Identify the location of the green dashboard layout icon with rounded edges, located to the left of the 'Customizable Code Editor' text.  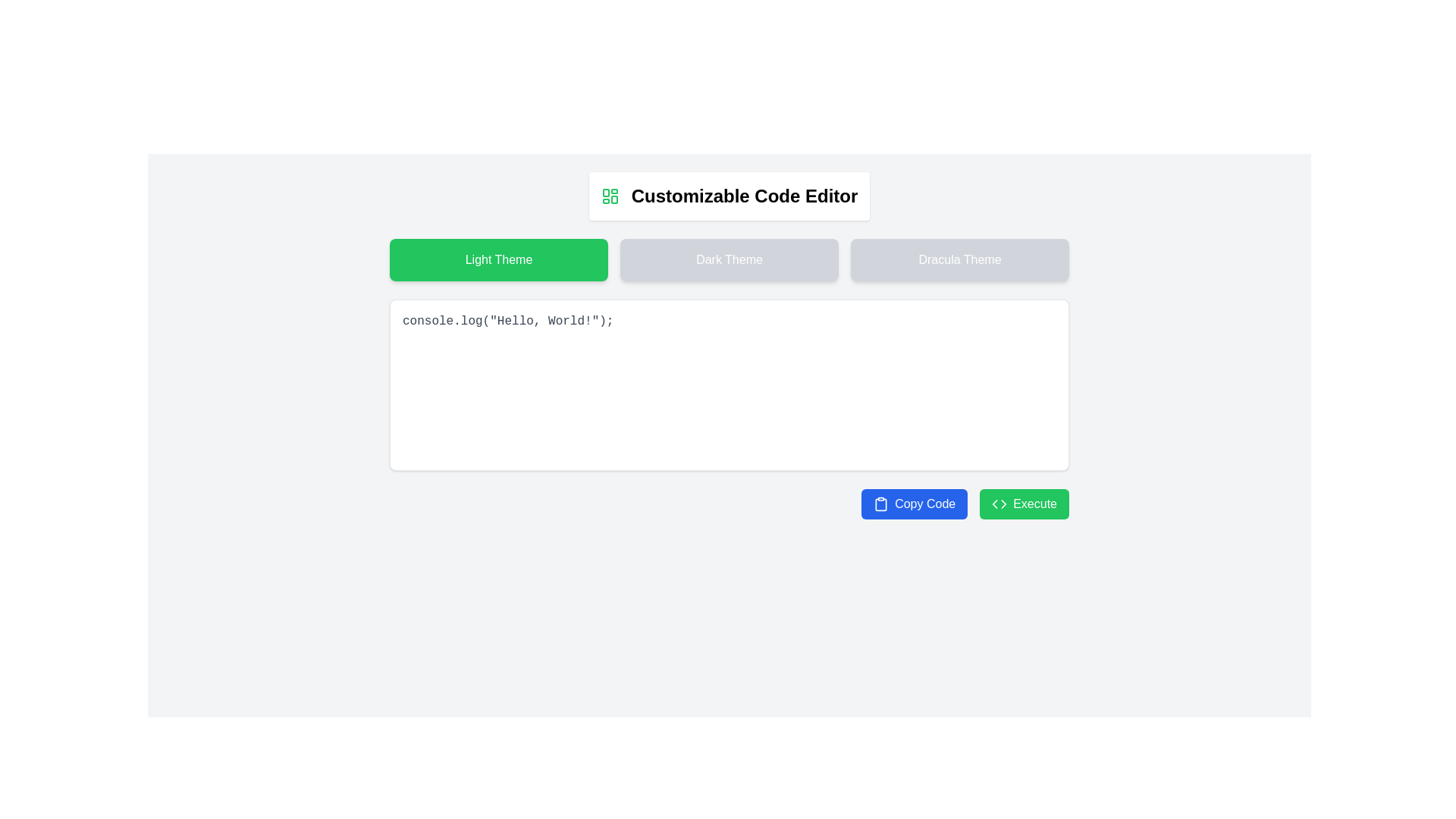
(610, 195).